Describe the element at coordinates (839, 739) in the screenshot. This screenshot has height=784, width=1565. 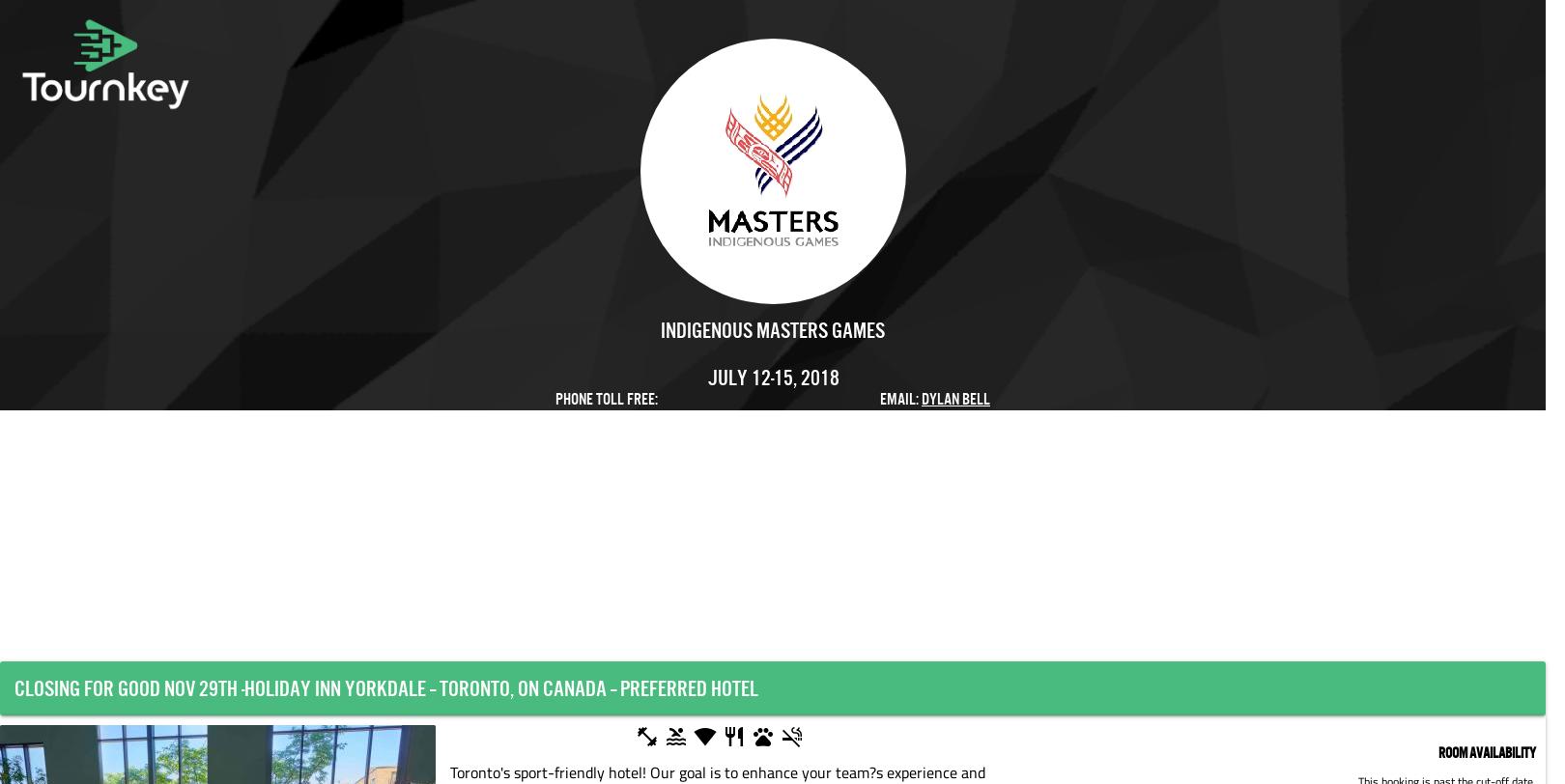
I see `'Pet Friendly'` at that location.